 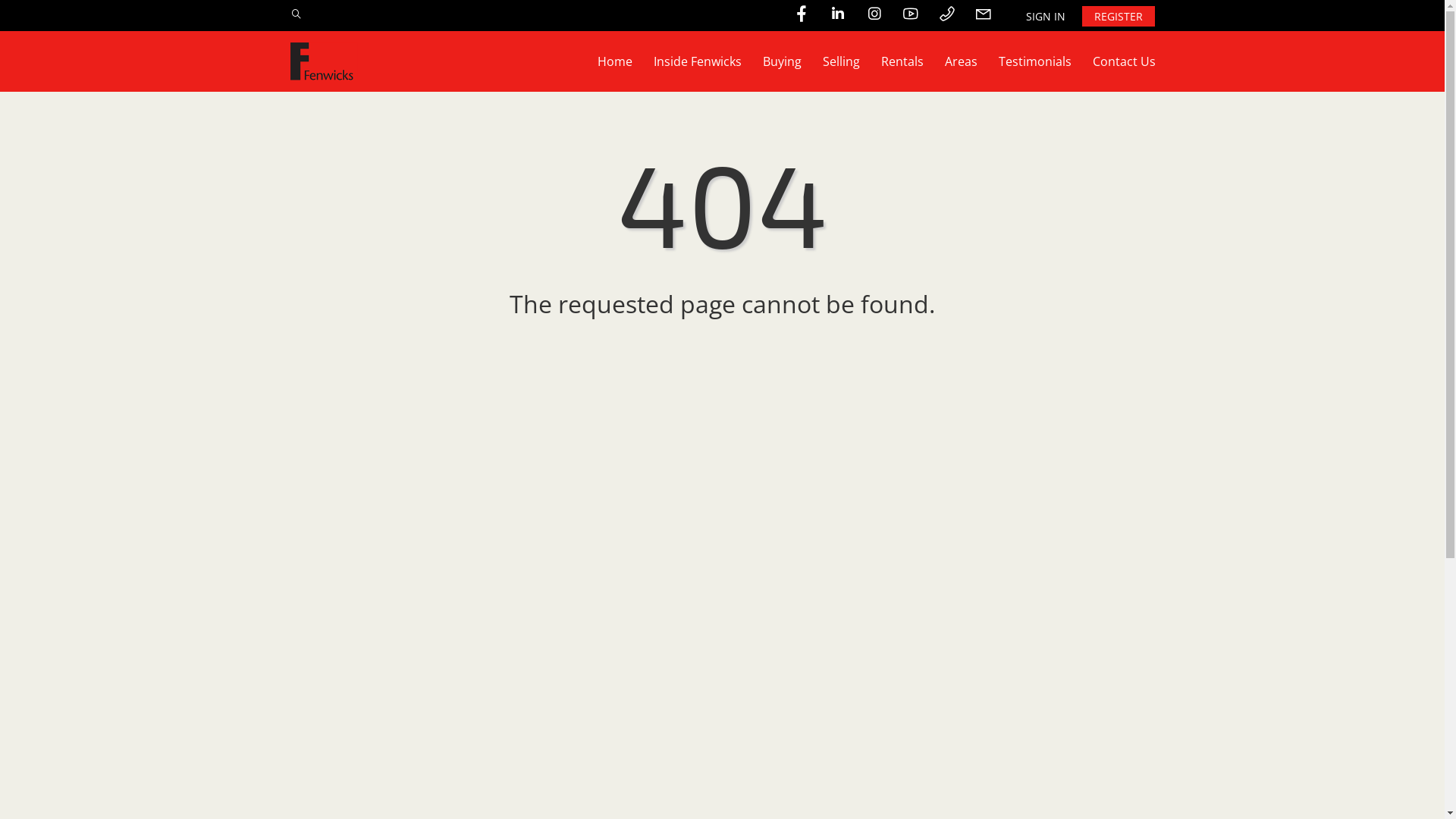 What do you see at coordinates (782, 61) in the screenshot?
I see `'Buying'` at bounding box center [782, 61].